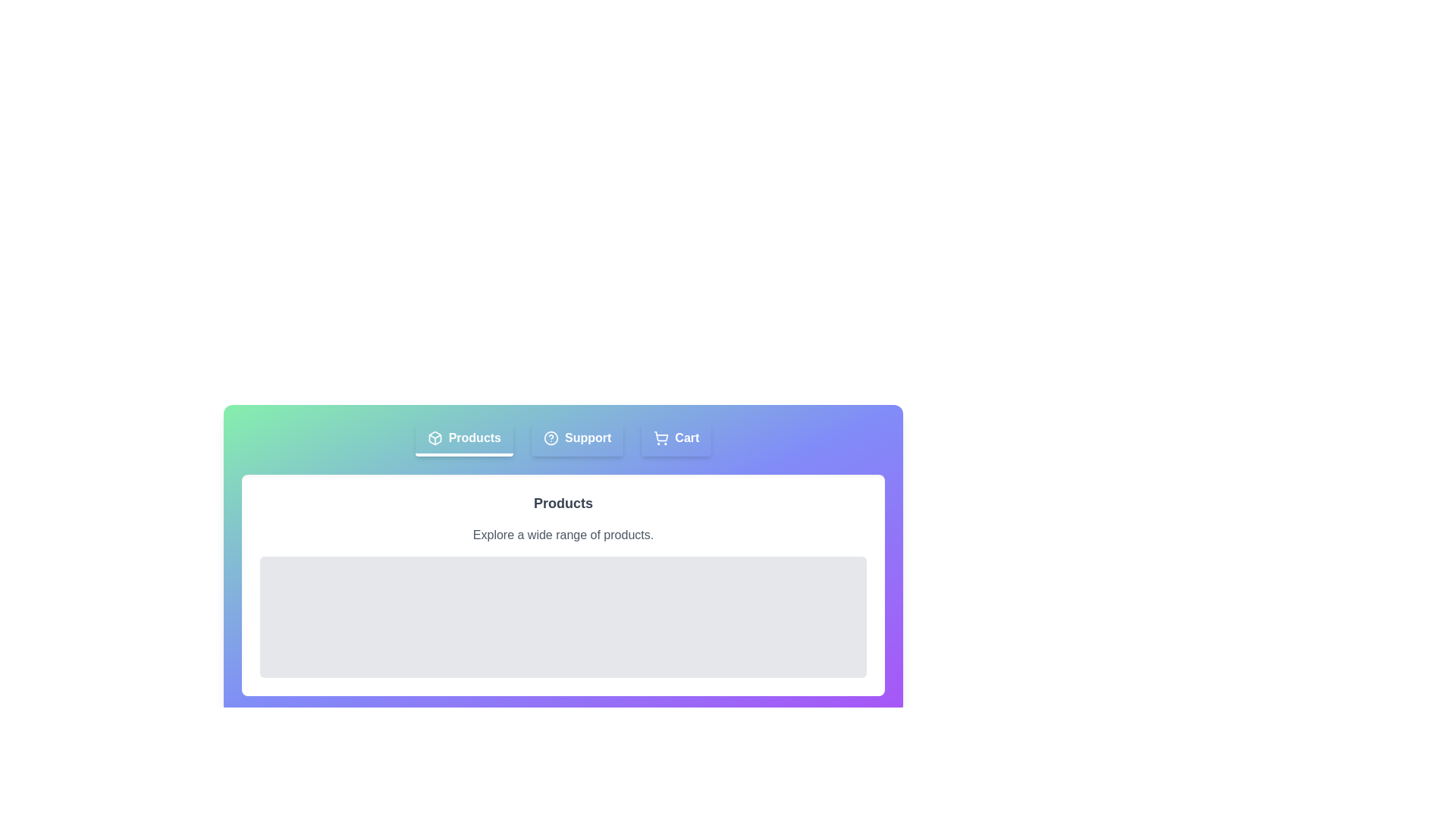 This screenshot has height=819, width=1456. Describe the element at coordinates (676, 439) in the screenshot. I see `the Cart tab` at that location.